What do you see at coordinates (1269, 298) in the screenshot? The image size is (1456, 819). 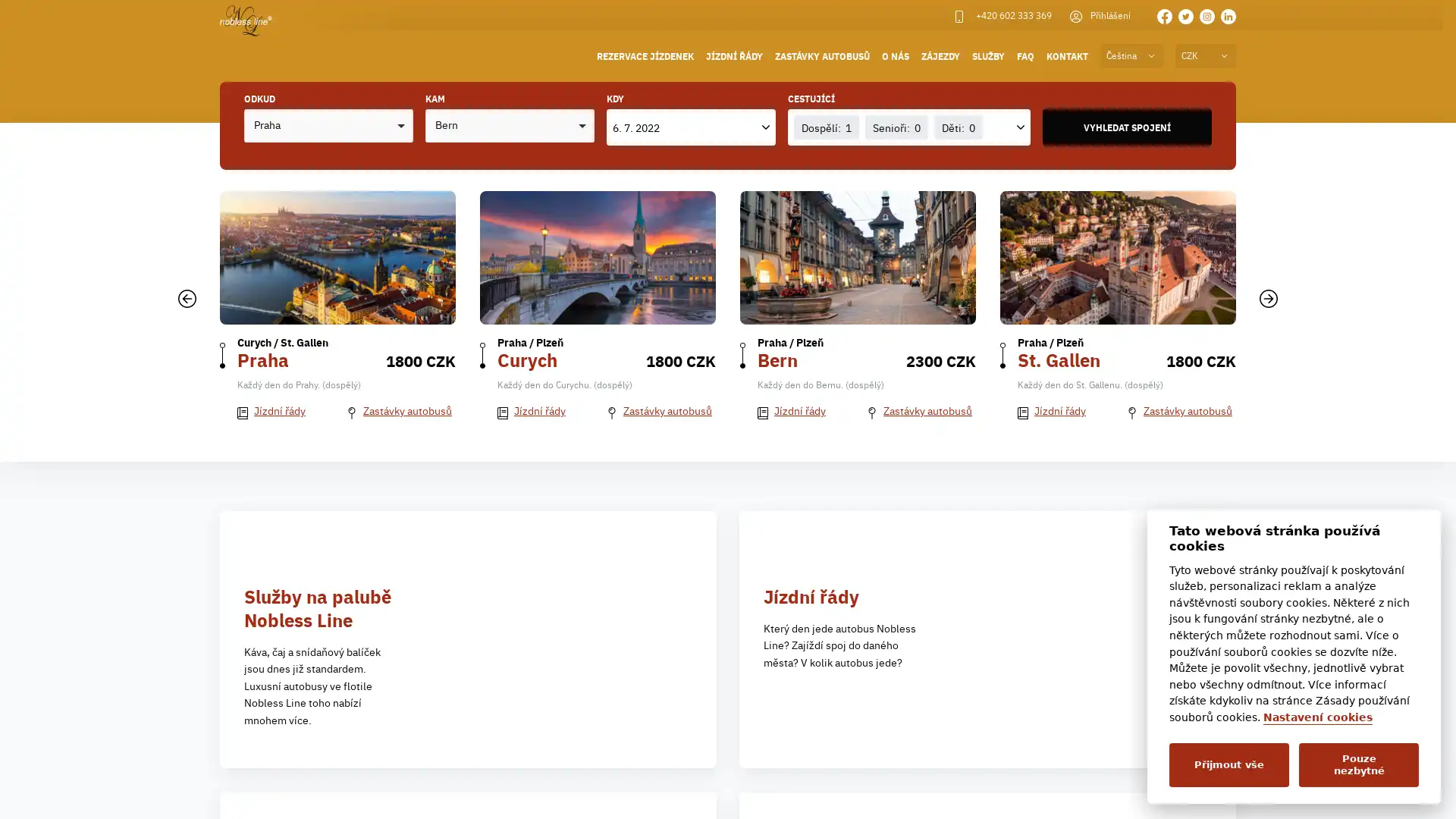 I see `Dalsi` at bounding box center [1269, 298].